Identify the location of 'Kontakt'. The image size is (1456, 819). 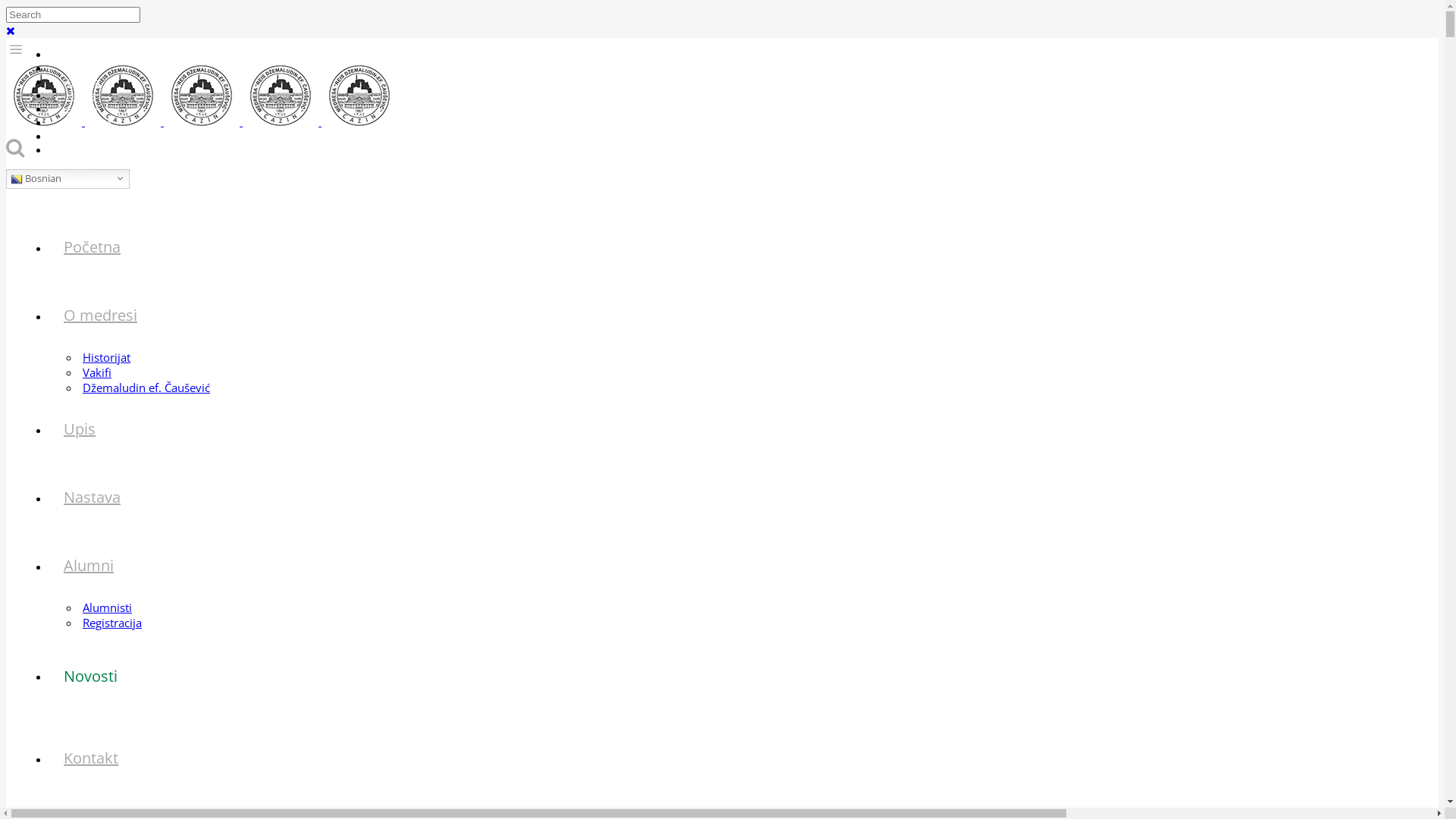
(90, 758).